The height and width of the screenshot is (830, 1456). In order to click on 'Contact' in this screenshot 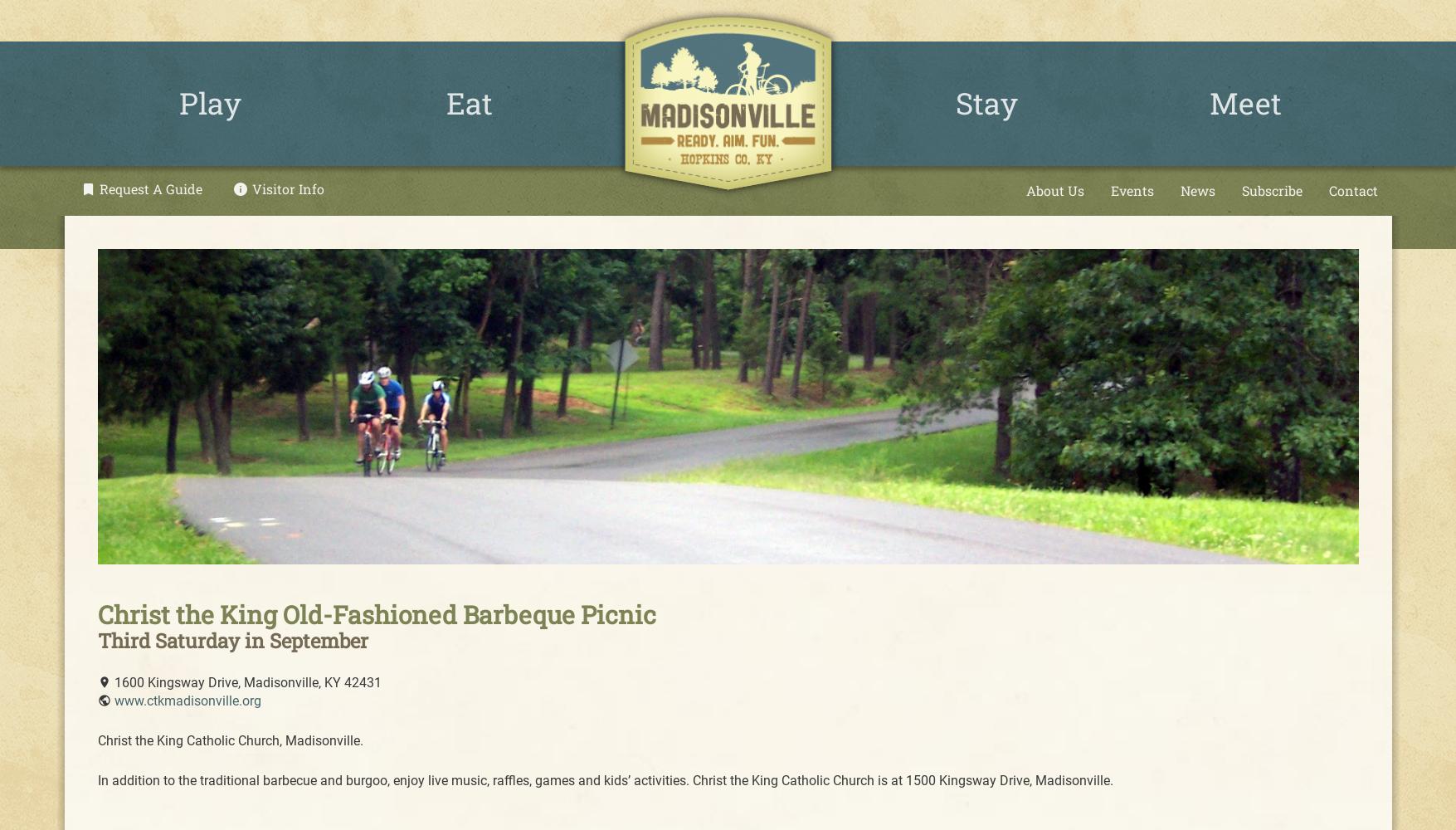, I will do `click(1353, 188)`.